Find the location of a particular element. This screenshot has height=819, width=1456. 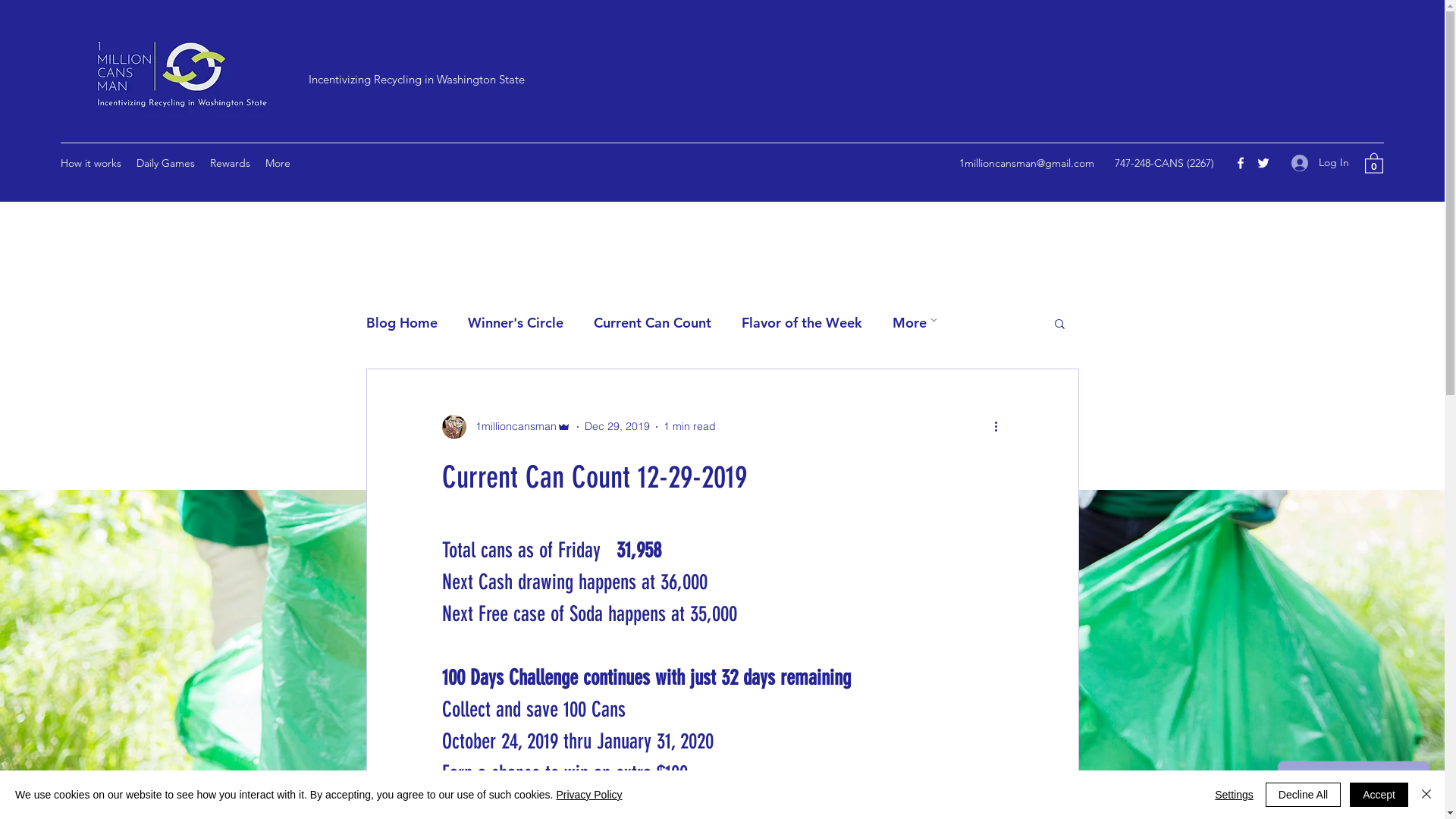

'How it works' is located at coordinates (53, 163).